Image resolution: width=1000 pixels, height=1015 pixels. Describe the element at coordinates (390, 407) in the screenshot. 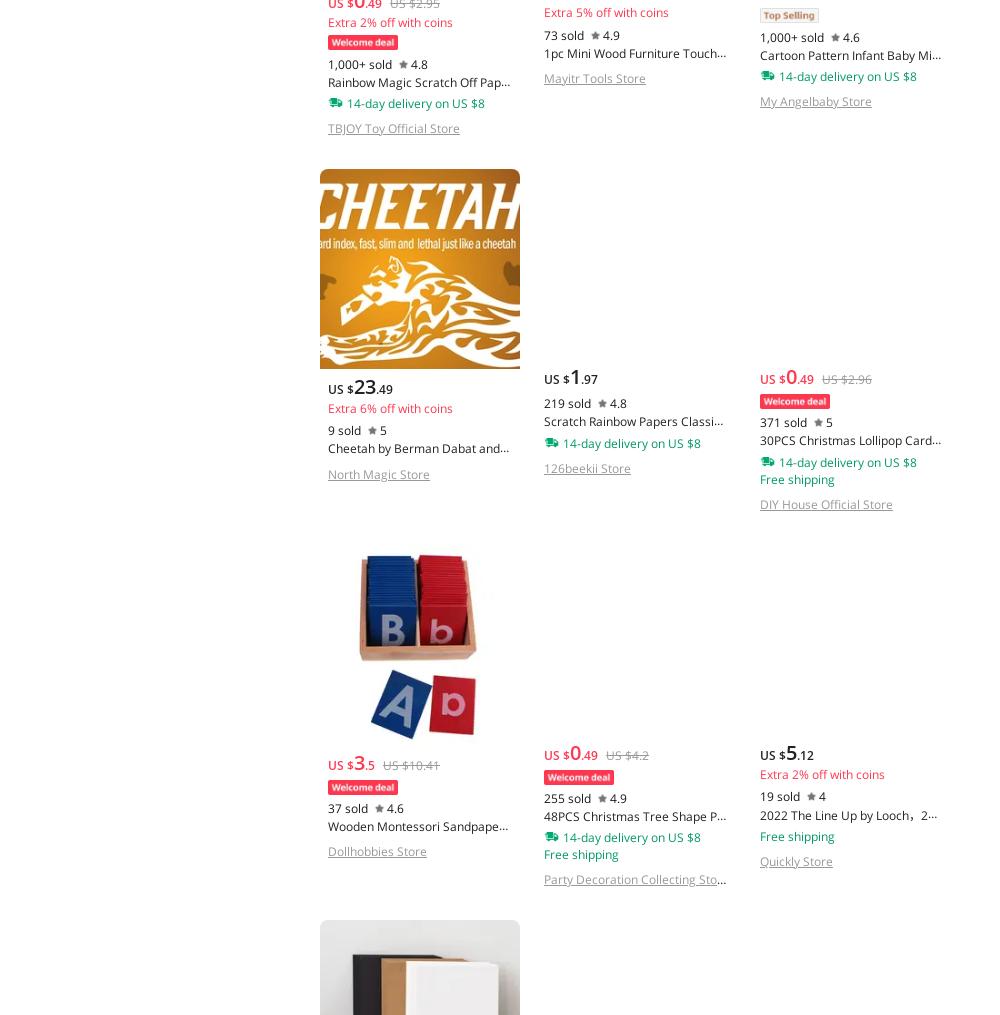

I see `'Extra 6% off with coins'` at that location.